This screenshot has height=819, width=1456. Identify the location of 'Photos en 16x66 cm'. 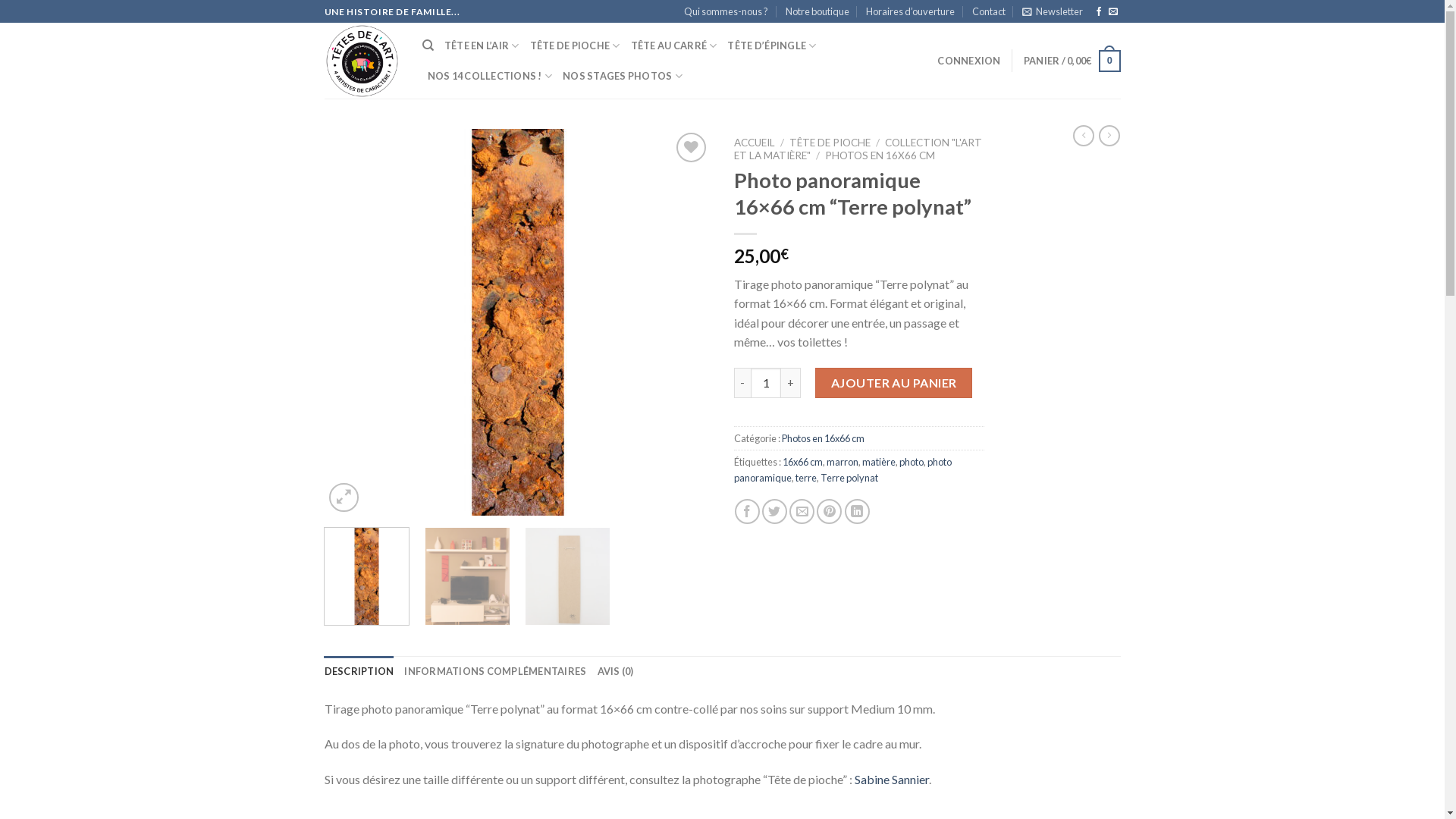
(821, 438).